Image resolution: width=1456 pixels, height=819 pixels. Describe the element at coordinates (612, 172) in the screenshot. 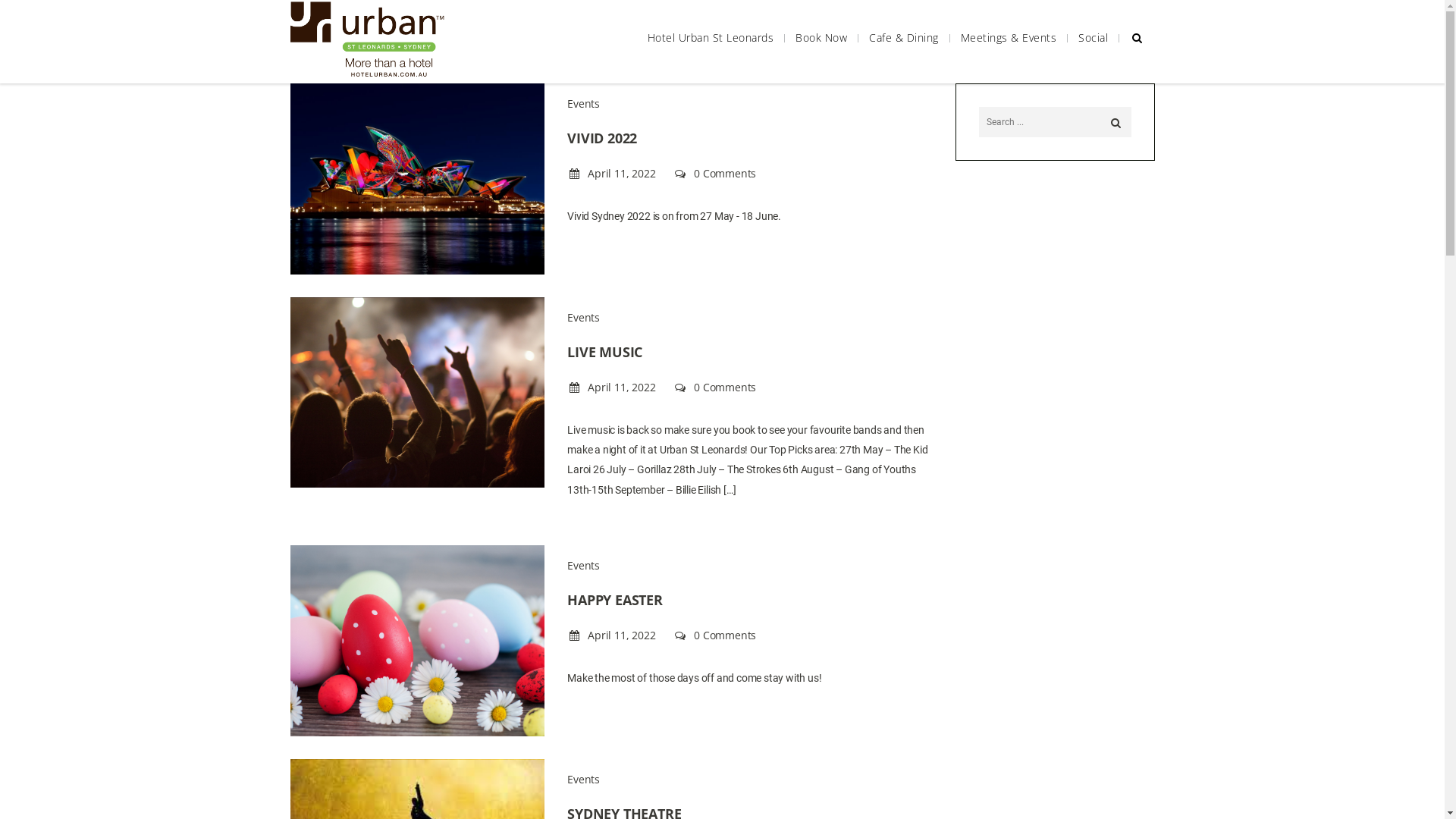

I see `'April 11, 2022'` at that location.